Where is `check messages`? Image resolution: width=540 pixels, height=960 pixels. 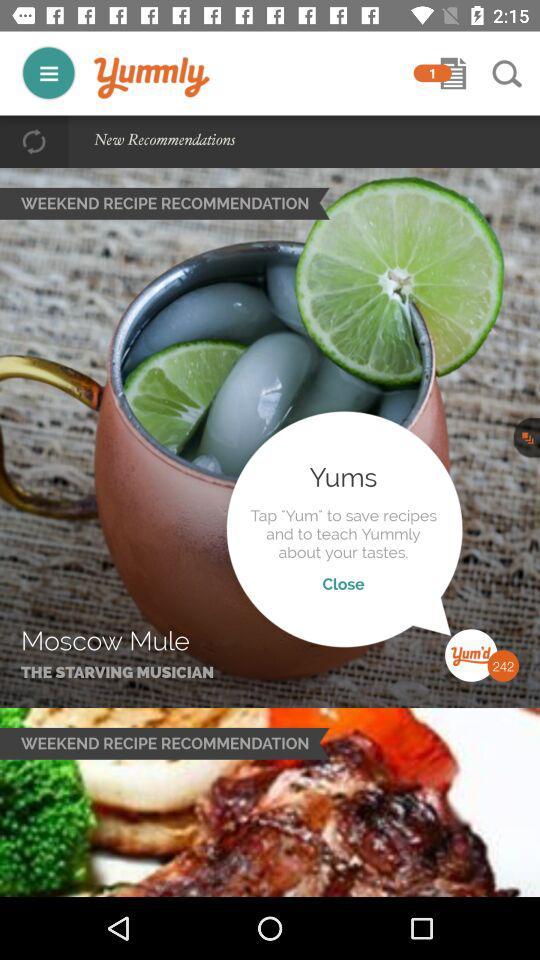
check messages is located at coordinates (453, 73).